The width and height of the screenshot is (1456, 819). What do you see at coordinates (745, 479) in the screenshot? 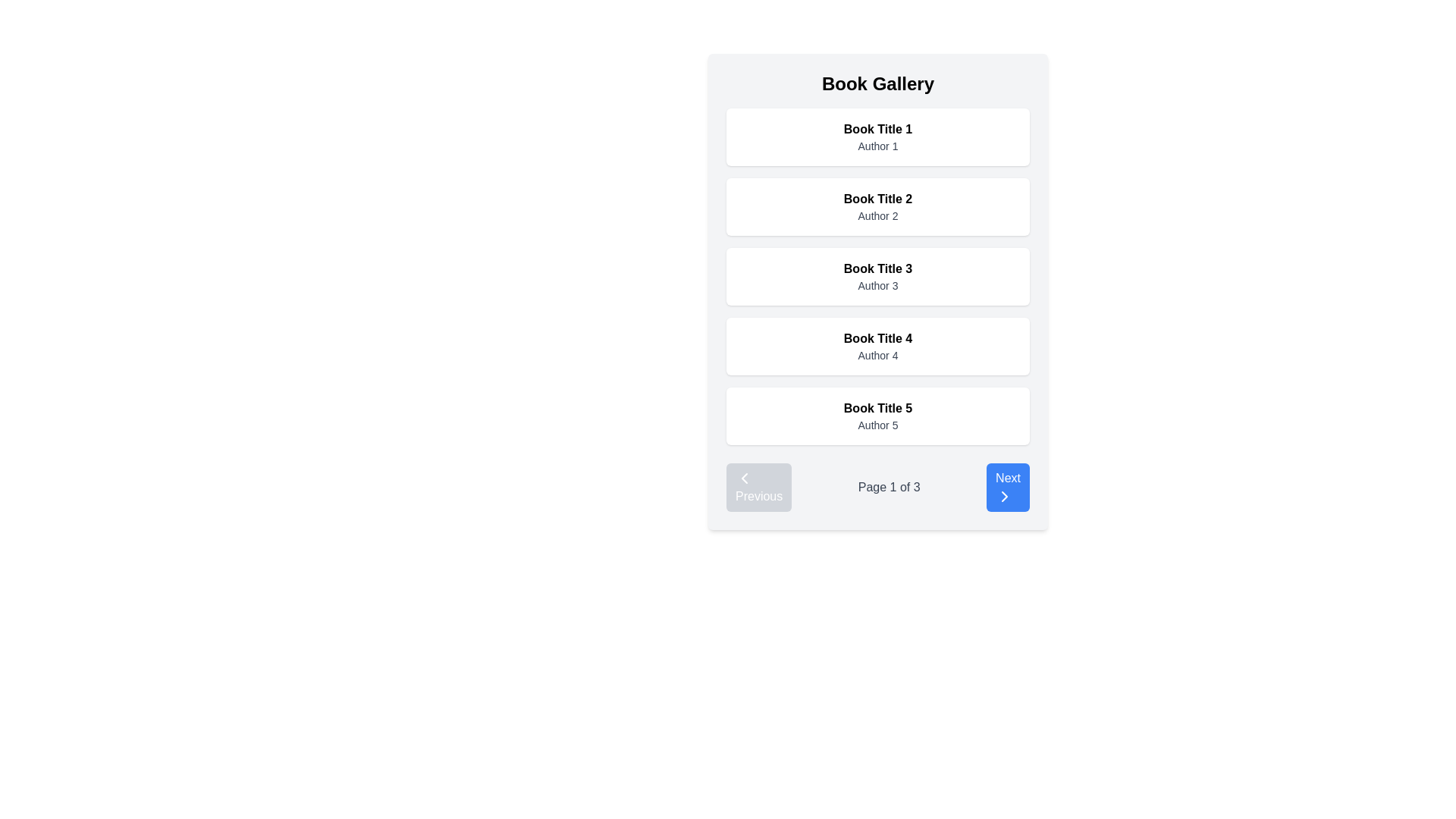
I see `the visualization of the left-facing chevron icon, which indicates a navigation or back action, located at the left edge of the 'Previous' button in the navigation bar at the bottom of the interface` at bounding box center [745, 479].